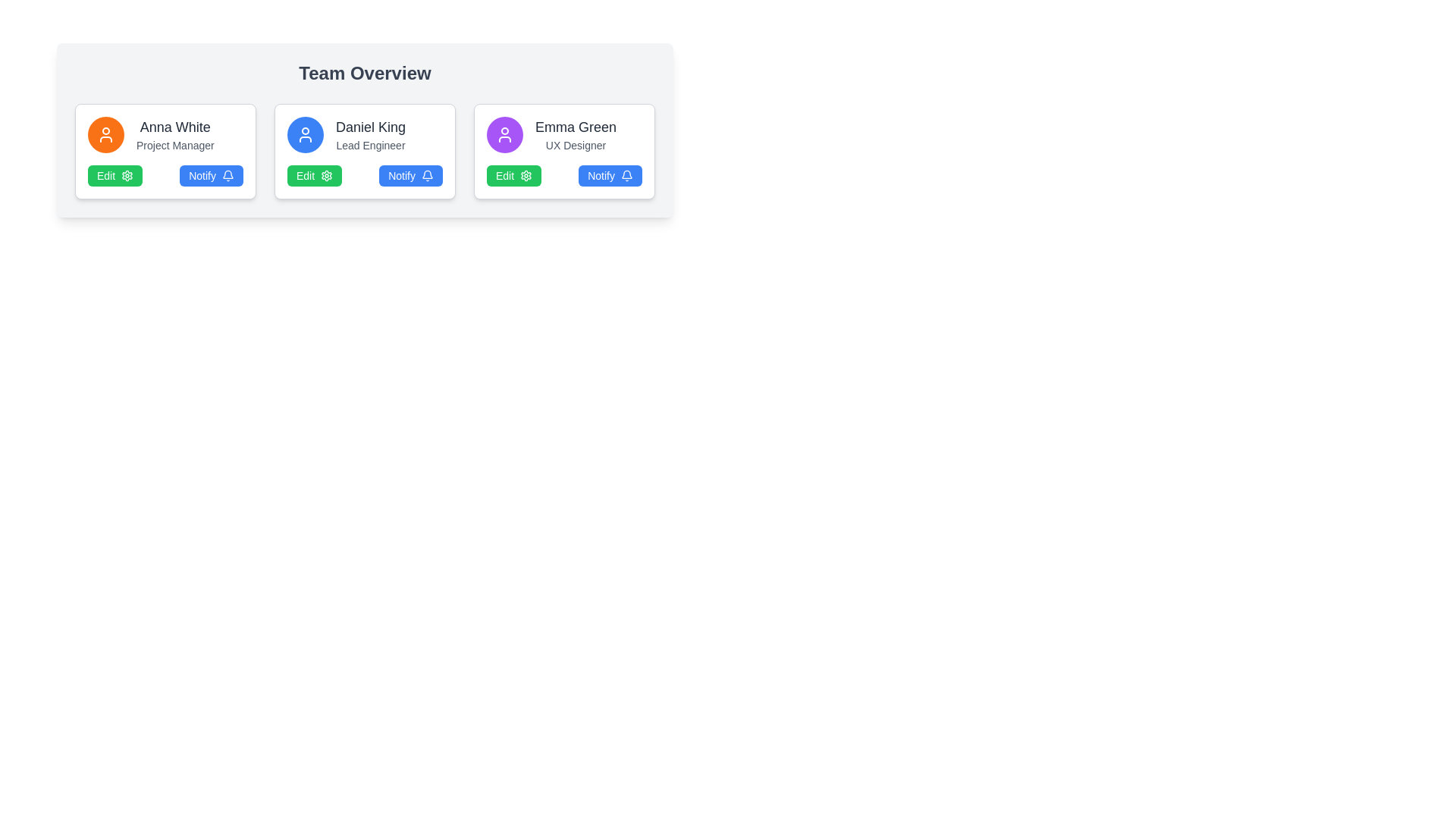 The width and height of the screenshot is (1456, 819). Describe the element at coordinates (326, 174) in the screenshot. I see `the settings icon located under the 'Edit' button in the profile card of 'Daniel King'` at that location.